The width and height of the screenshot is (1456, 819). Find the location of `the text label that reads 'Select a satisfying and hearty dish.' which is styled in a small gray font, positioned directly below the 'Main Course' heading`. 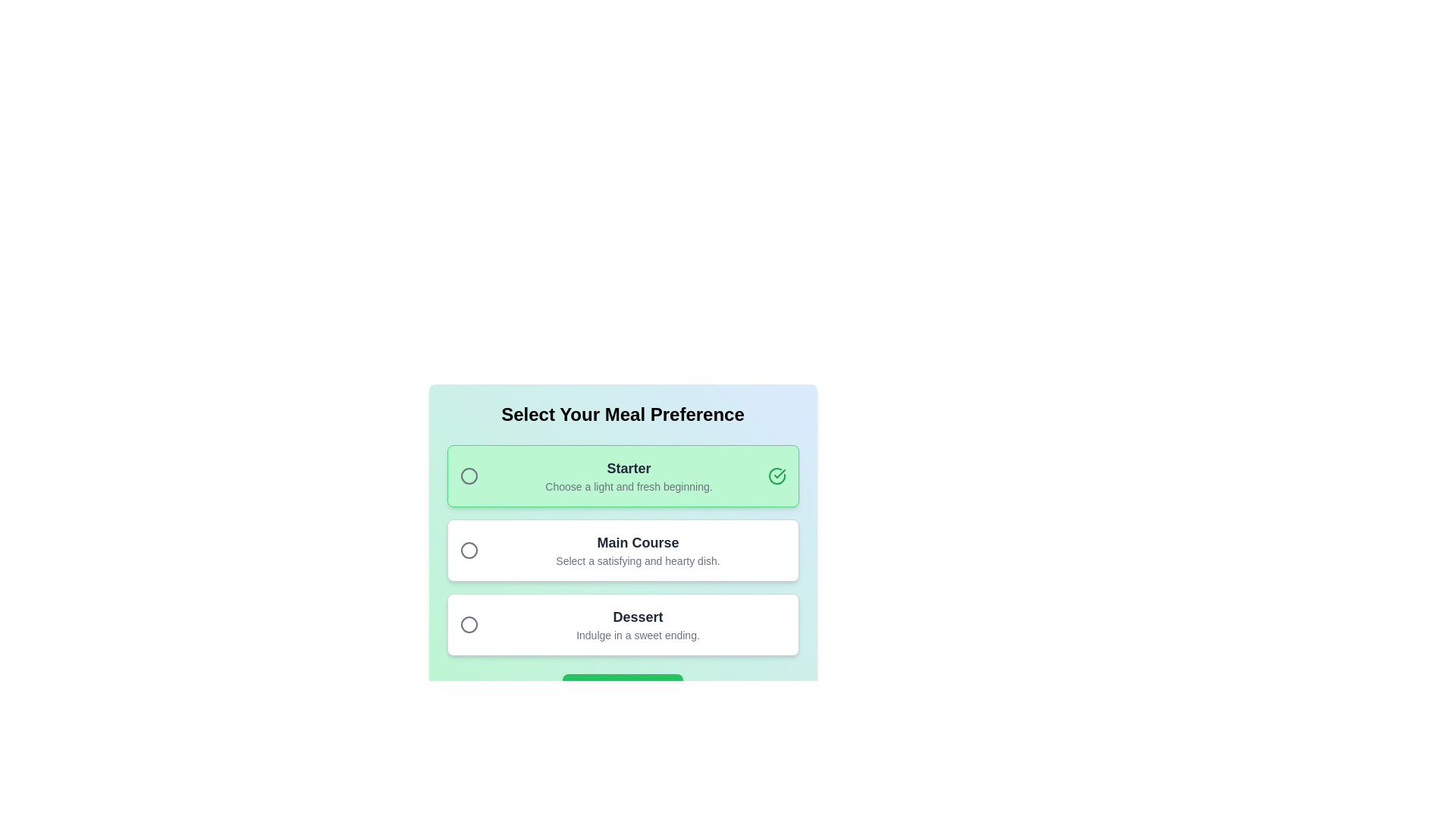

the text label that reads 'Select a satisfying and hearty dish.' which is styled in a small gray font, positioned directly below the 'Main Course' heading is located at coordinates (638, 561).